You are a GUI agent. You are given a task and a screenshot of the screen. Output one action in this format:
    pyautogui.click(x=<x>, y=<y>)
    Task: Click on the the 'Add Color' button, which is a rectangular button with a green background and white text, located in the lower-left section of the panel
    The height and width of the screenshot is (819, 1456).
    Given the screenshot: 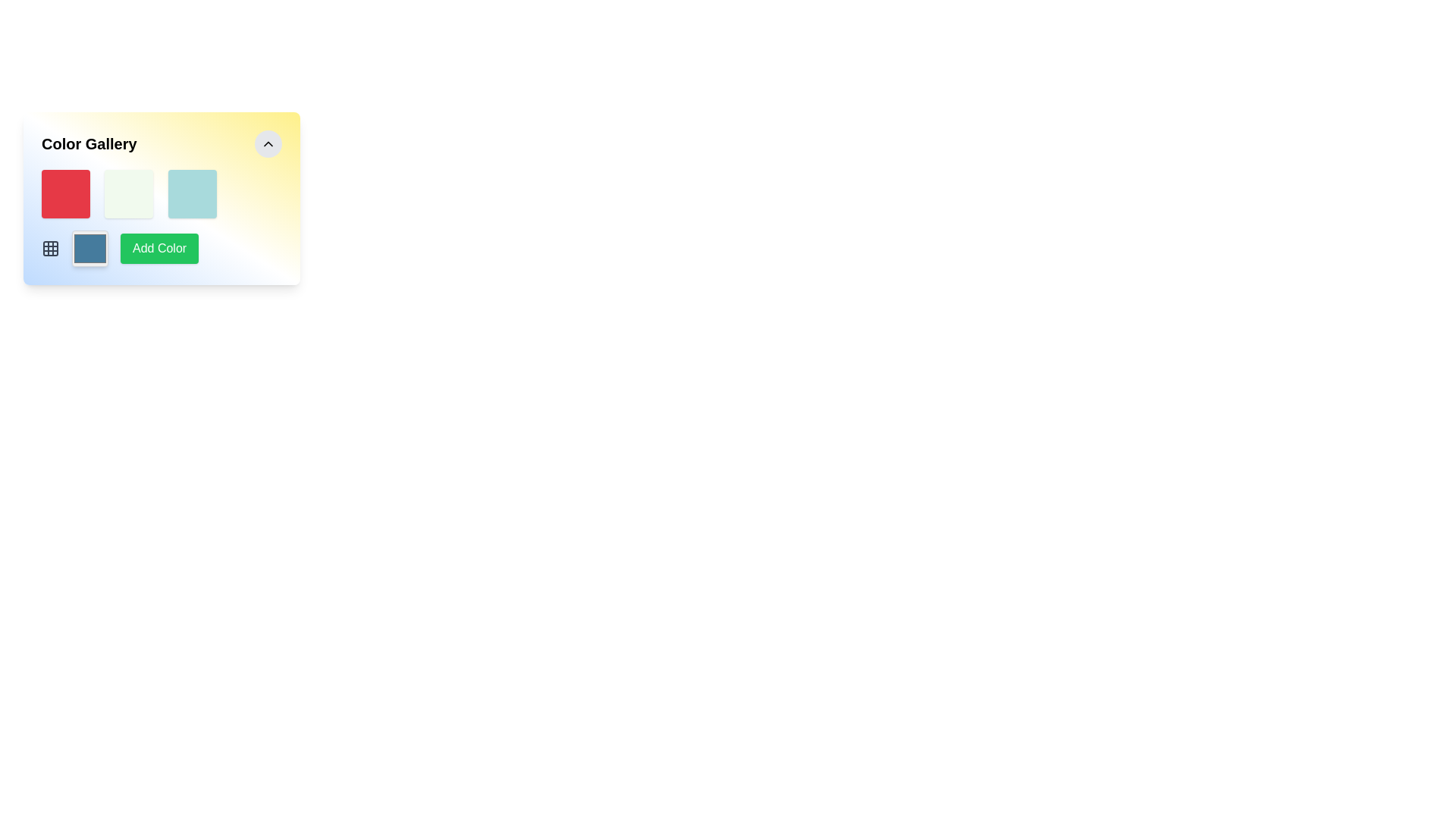 What is the action you would take?
    pyautogui.click(x=159, y=247)
    